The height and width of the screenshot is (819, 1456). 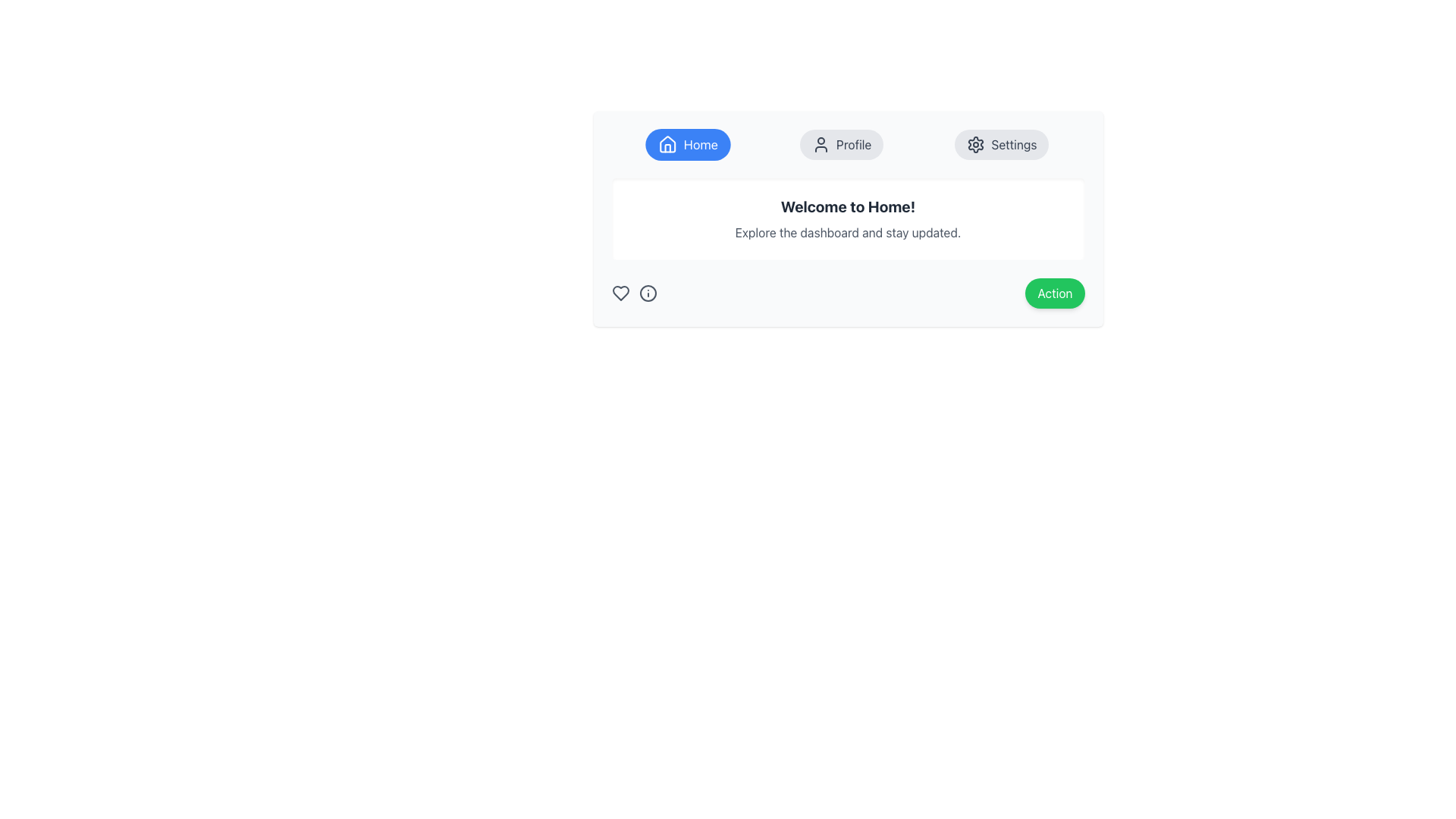 I want to click on the settings text label located at the end of the horizontal menu bar, so click(x=1014, y=145).